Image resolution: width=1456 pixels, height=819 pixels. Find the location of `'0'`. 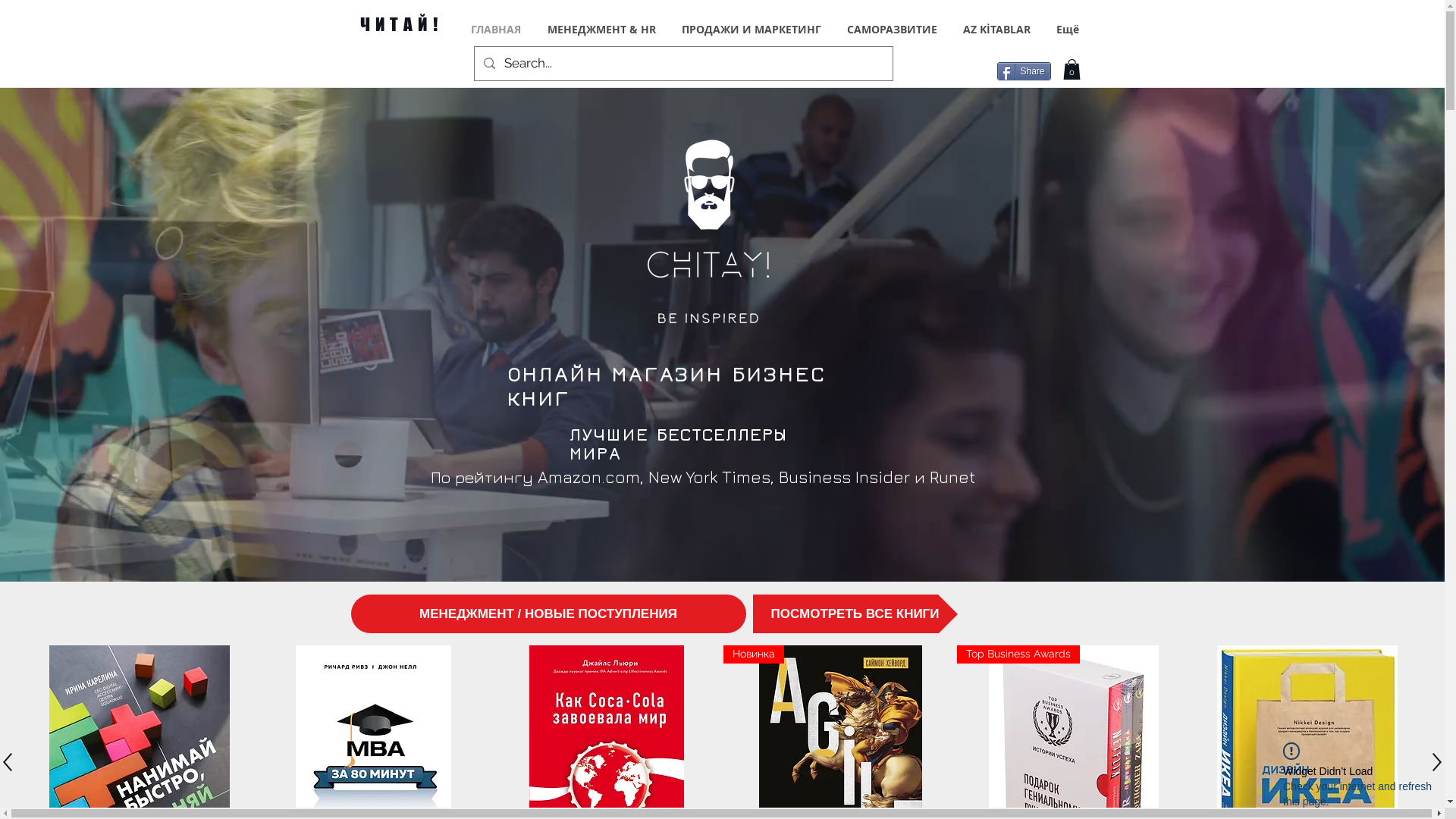

'0' is located at coordinates (1071, 69).